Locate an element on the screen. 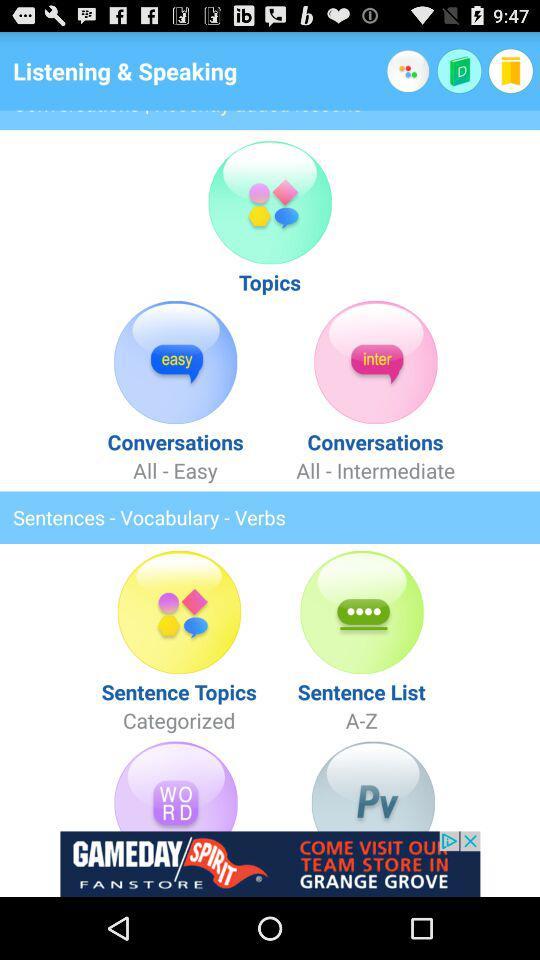 The image size is (540, 960). the bookmark icon is located at coordinates (510, 75).